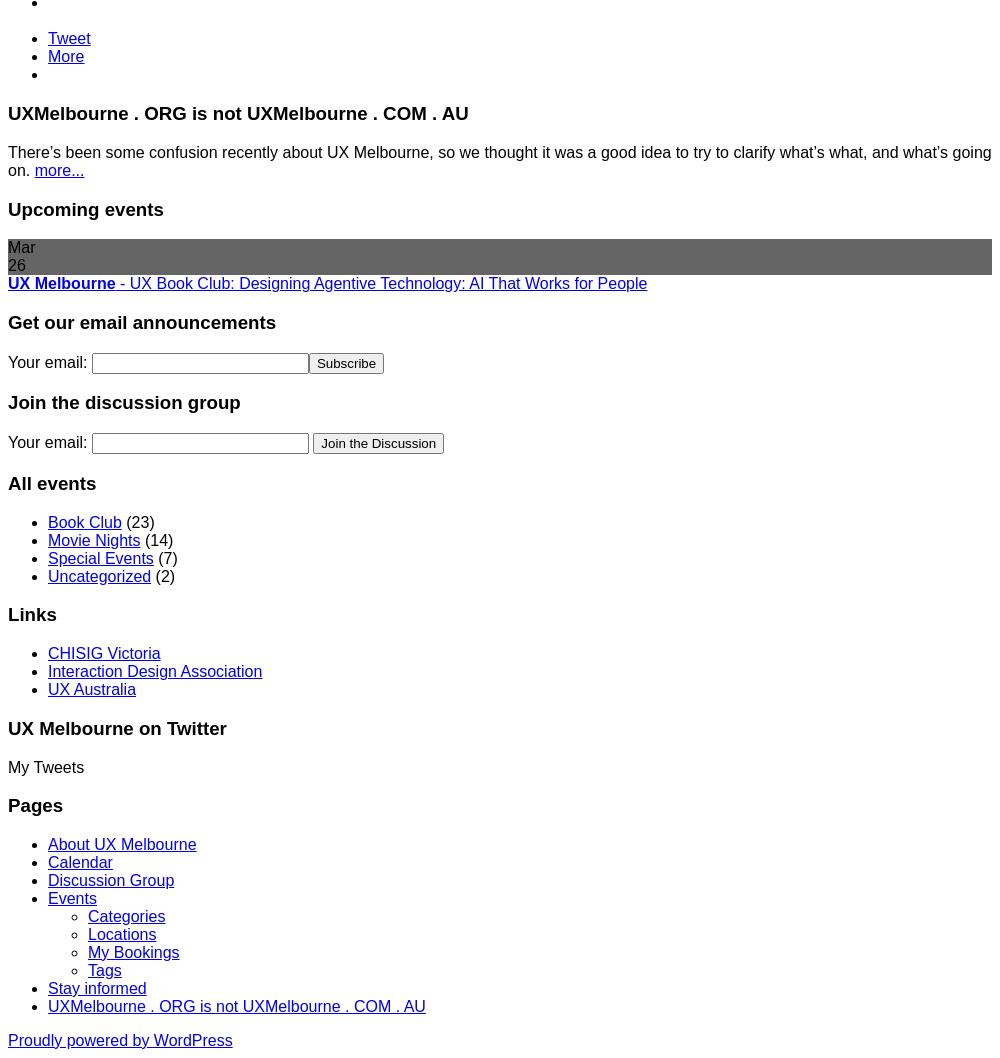 This screenshot has width=1000, height=1058. What do you see at coordinates (381, 282) in the screenshot?
I see `'- UX Book Club: Designing Agentive Technology: AI That Works for People'` at bounding box center [381, 282].